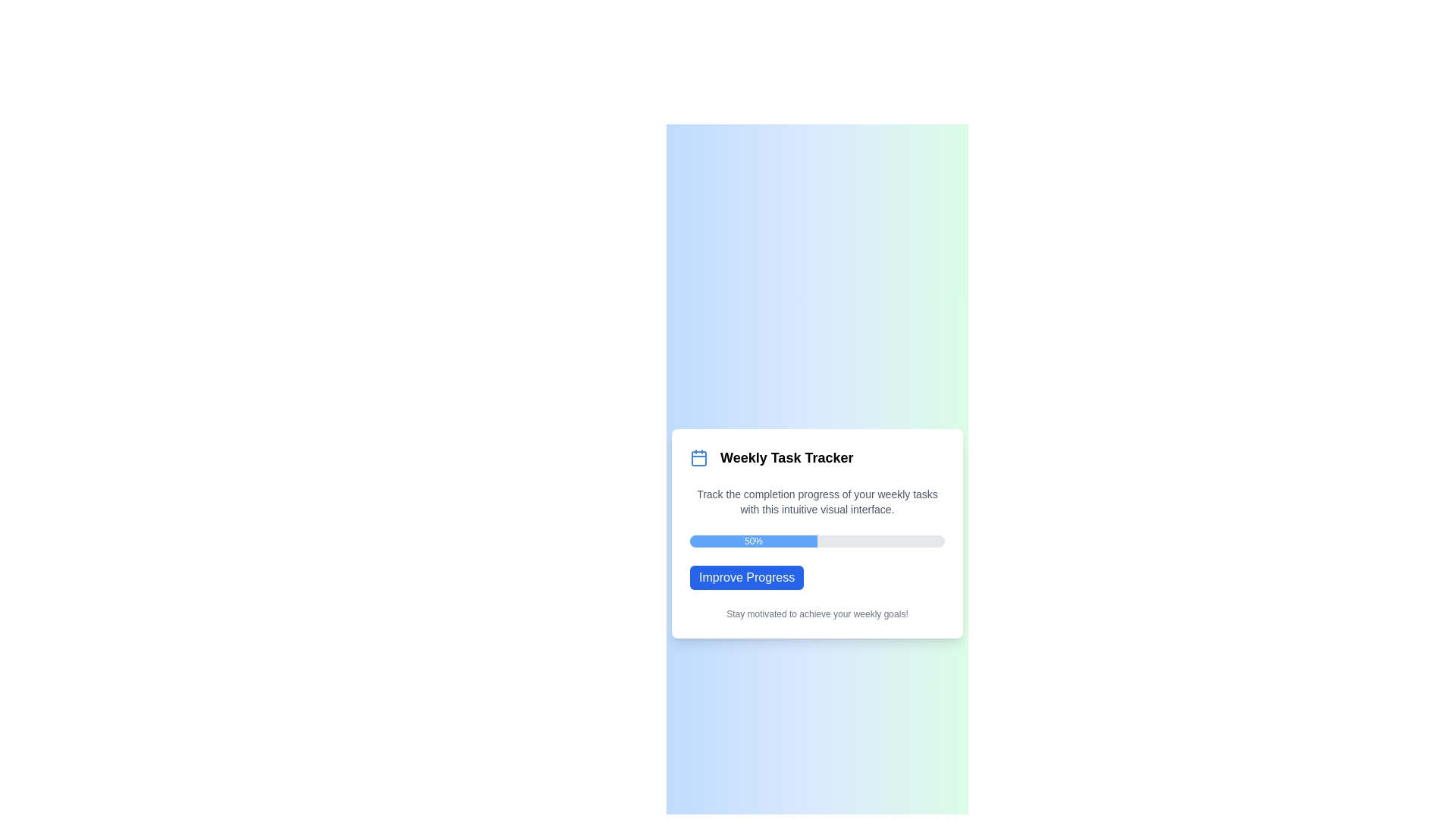  What do you see at coordinates (817, 502) in the screenshot?
I see `the textual description in fine gray font that provides an overview of the dashboard's purpose, located beneath the title 'Weekly Task Tracker' and above the progress bar` at bounding box center [817, 502].